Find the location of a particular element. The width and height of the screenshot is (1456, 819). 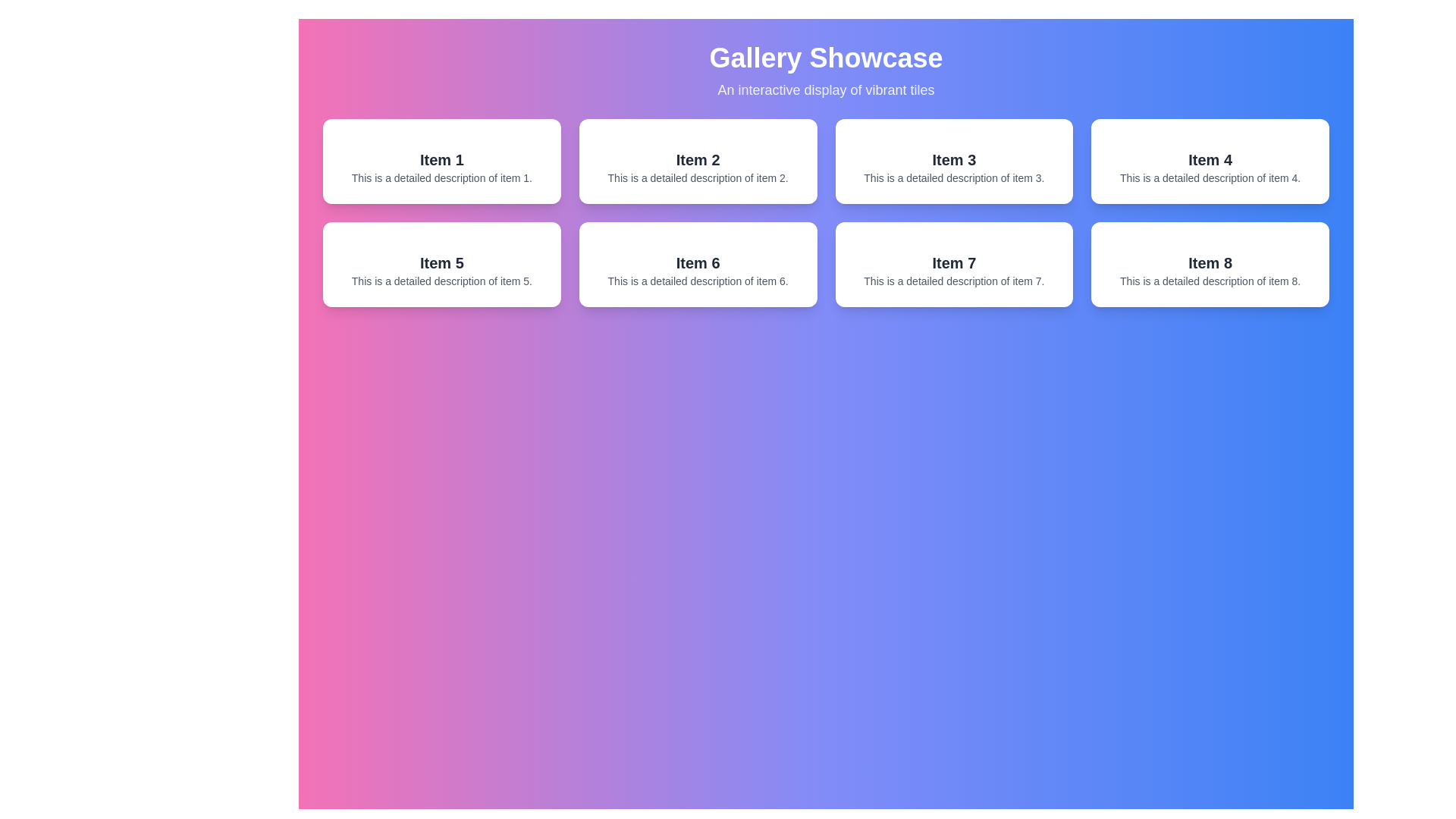

text labeled 'This is a detailed description of item 6.' located in the tile for 'Item 6' in the second row, third column of the grid layout is located at coordinates (697, 281).